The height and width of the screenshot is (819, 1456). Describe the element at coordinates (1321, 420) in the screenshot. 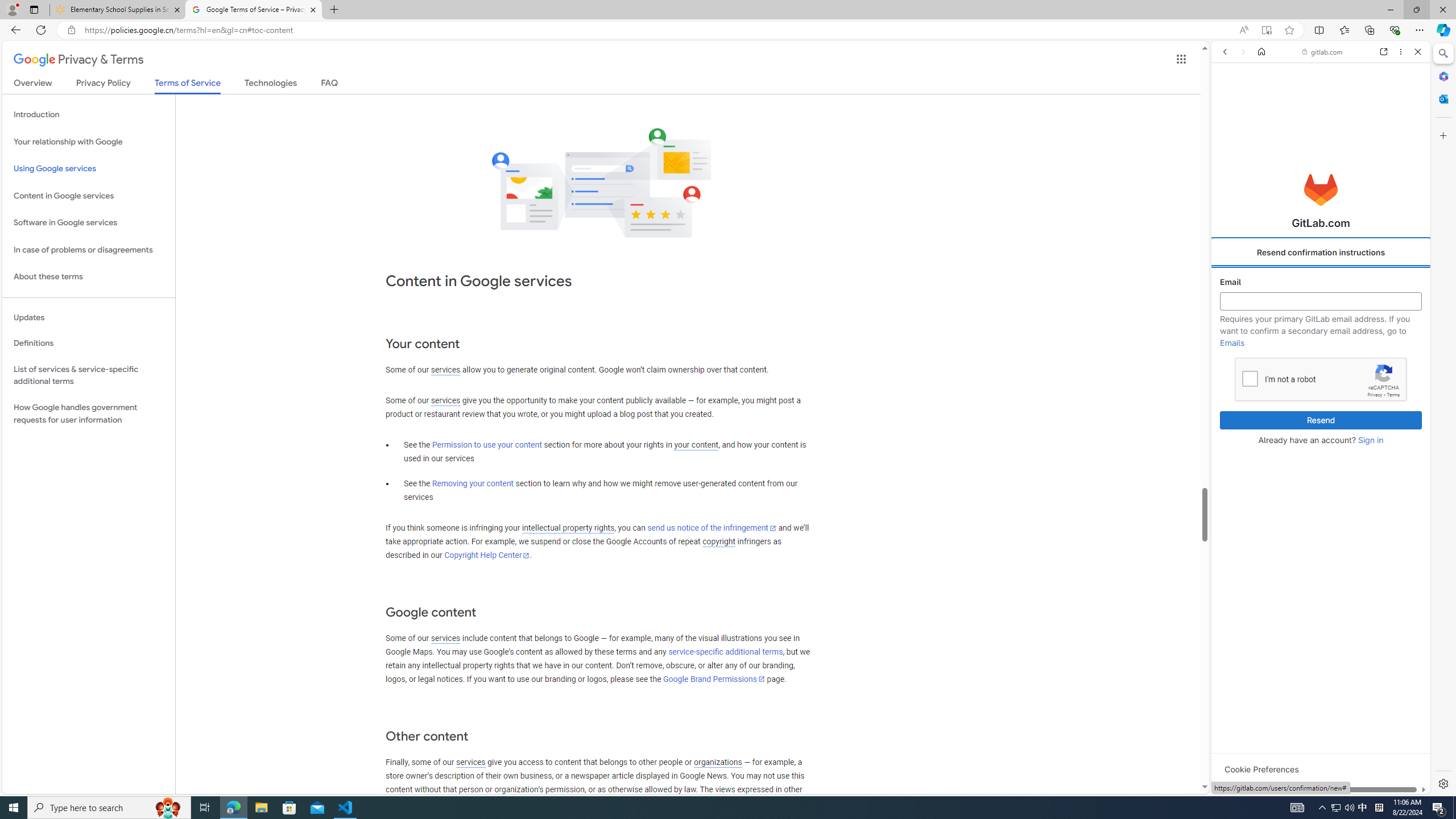

I see `'Resend'` at that location.